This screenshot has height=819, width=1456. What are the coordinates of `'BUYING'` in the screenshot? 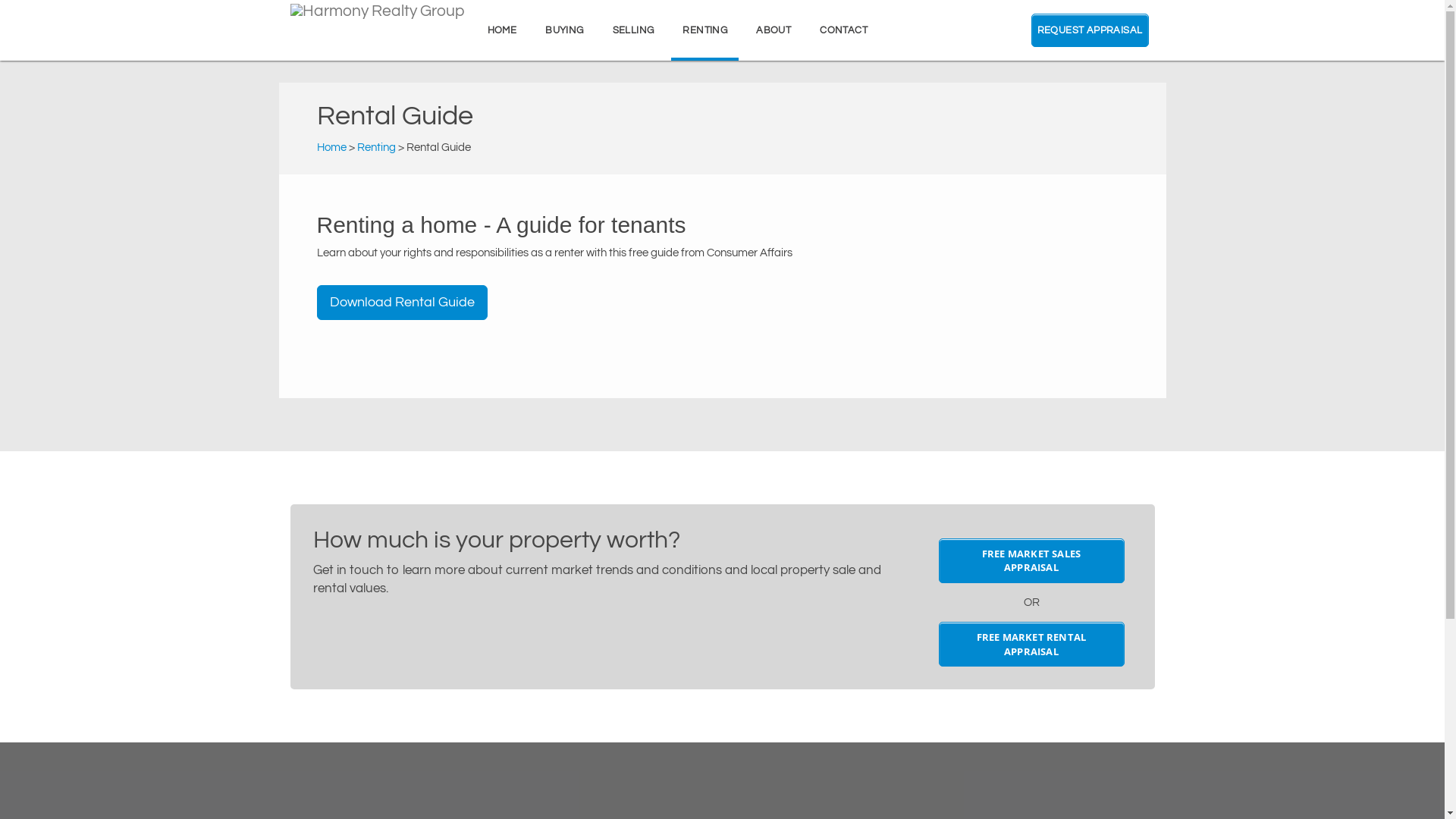 It's located at (563, 30).